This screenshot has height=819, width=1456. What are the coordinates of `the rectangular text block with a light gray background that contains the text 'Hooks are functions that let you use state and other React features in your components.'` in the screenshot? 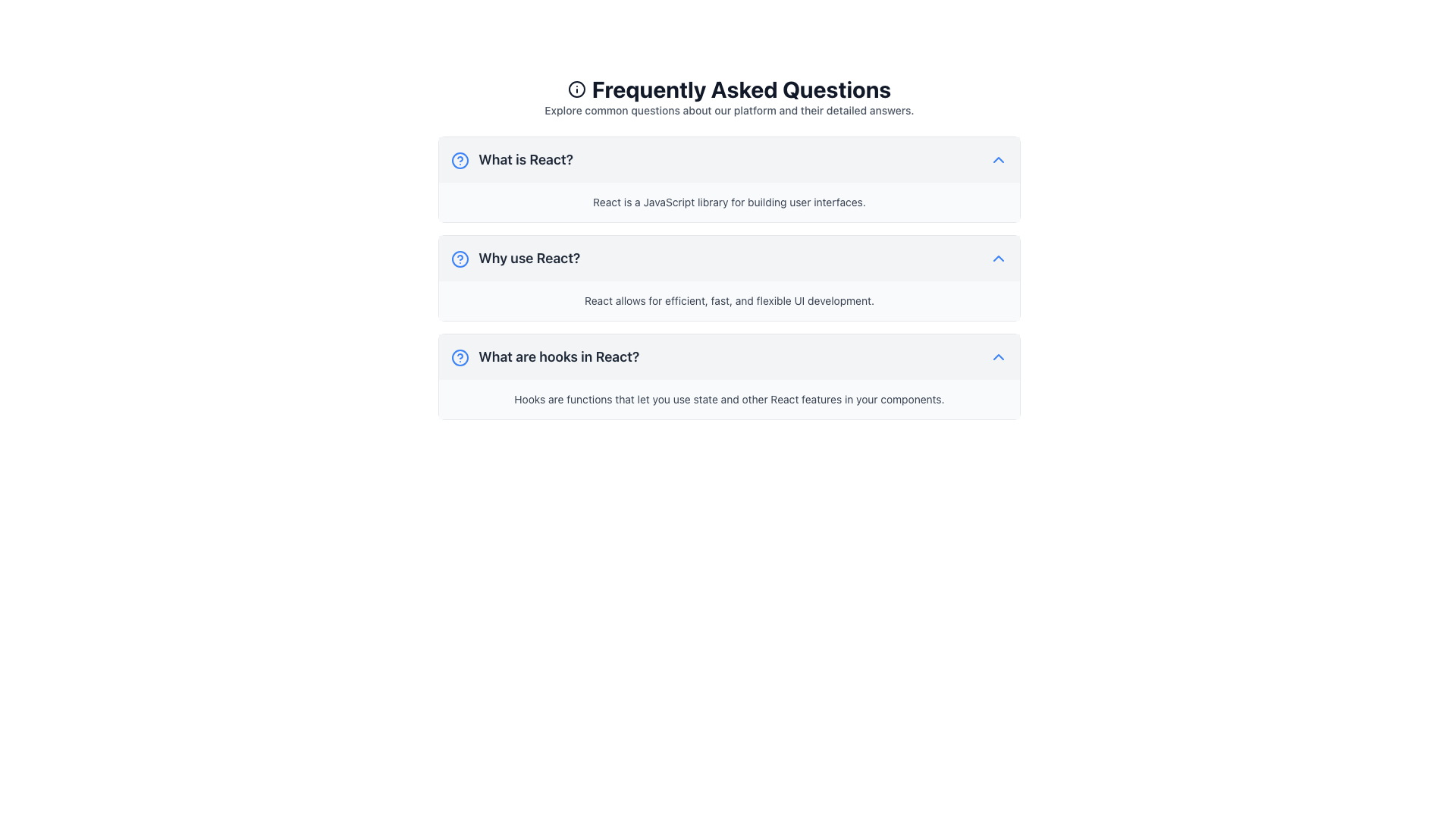 It's located at (729, 399).